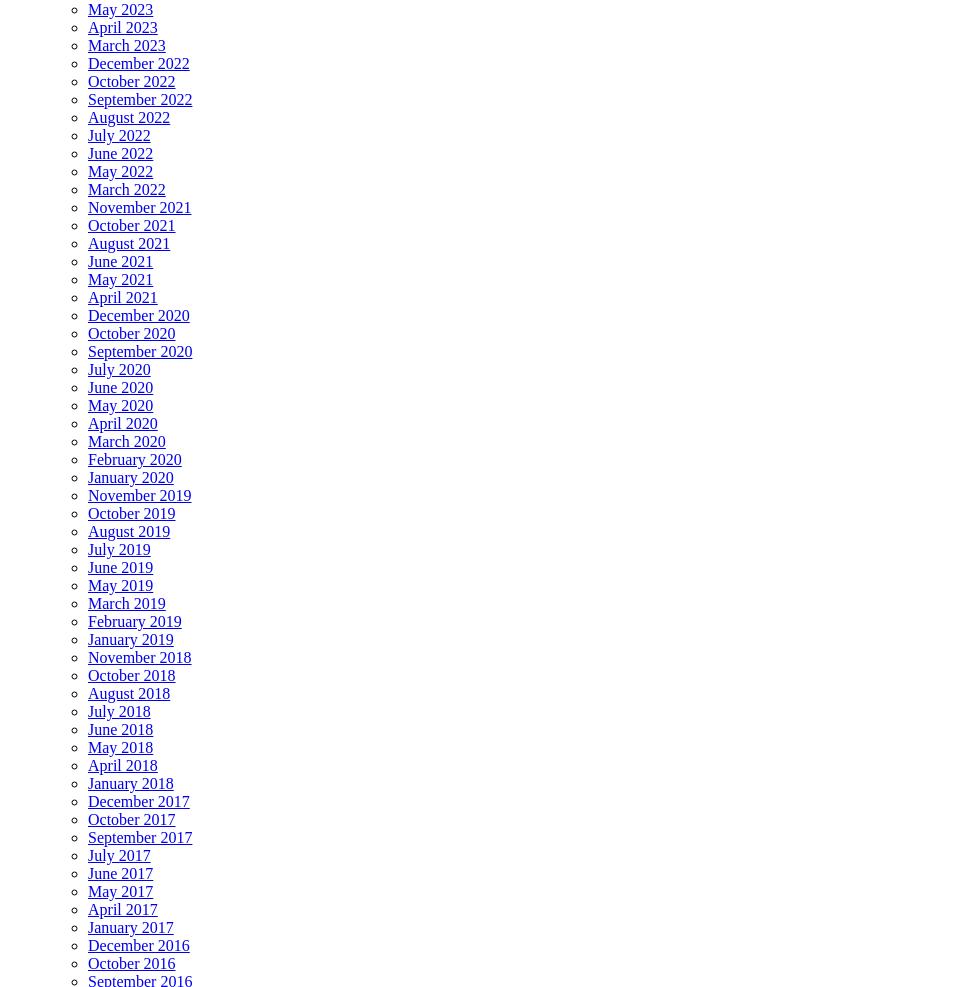 Image resolution: width=958 pixels, height=987 pixels. Describe the element at coordinates (129, 693) in the screenshot. I see `'August 2018'` at that location.